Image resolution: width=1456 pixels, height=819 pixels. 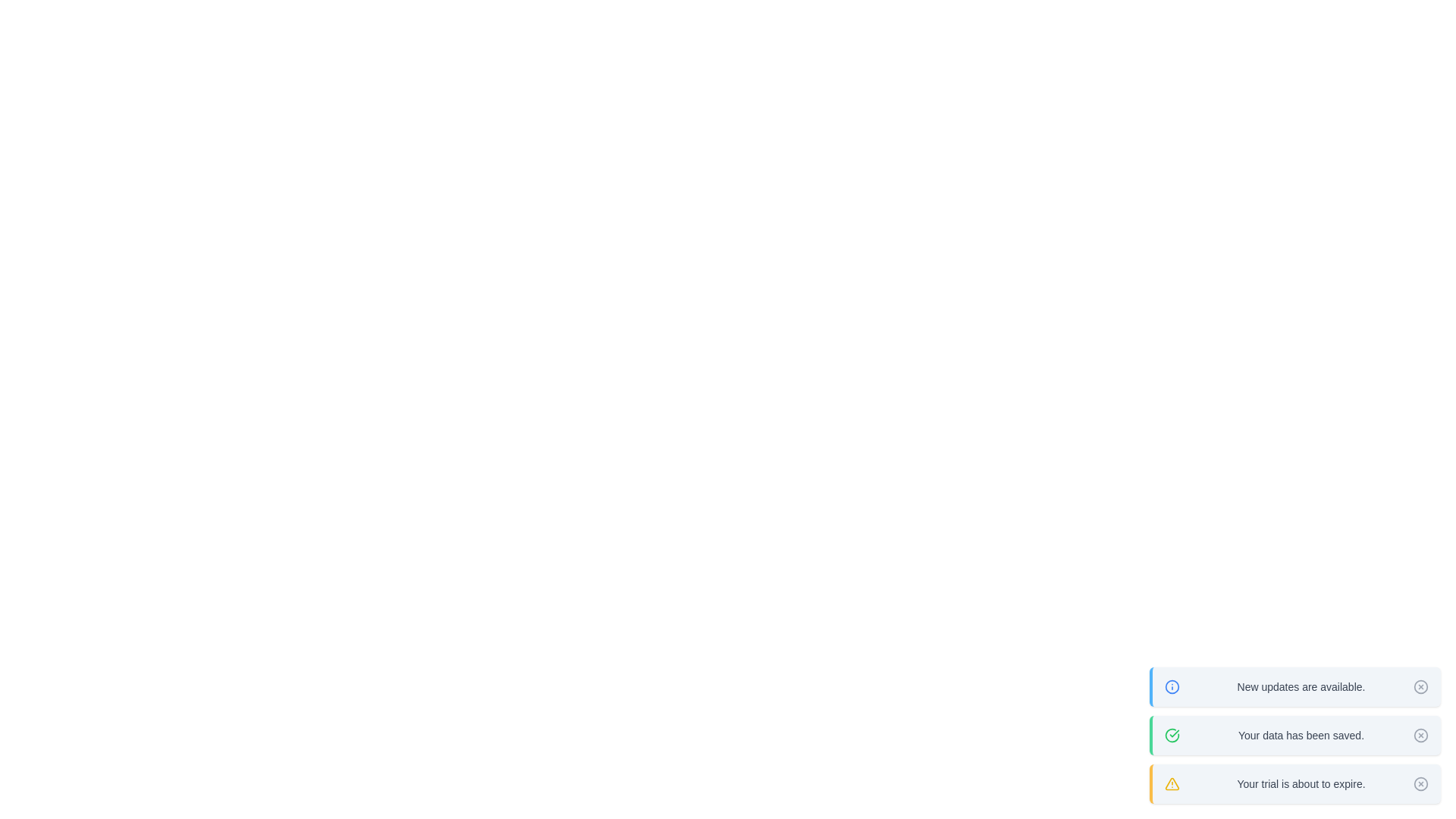 What do you see at coordinates (1171, 734) in the screenshot?
I see `the status indicator icon located within the alert box that displays the message 'Your data has been saved.' This icon is positioned to the left of the message, indicating a successful save operation` at bounding box center [1171, 734].